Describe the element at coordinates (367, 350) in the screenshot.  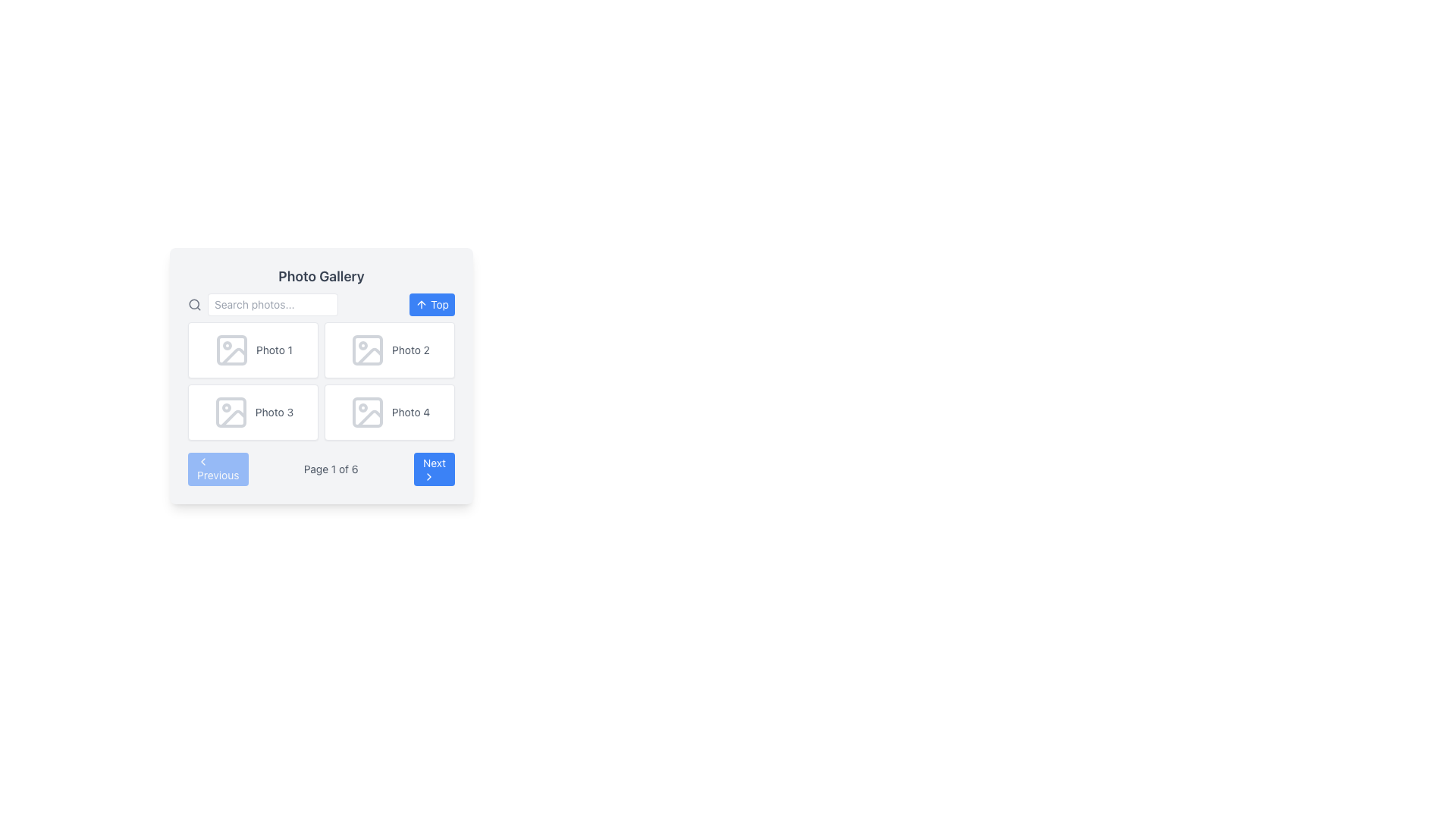
I see `the decorative graphical element in the second image slot of the Photo Gallery interface, associated with 'Photo 2'` at that location.